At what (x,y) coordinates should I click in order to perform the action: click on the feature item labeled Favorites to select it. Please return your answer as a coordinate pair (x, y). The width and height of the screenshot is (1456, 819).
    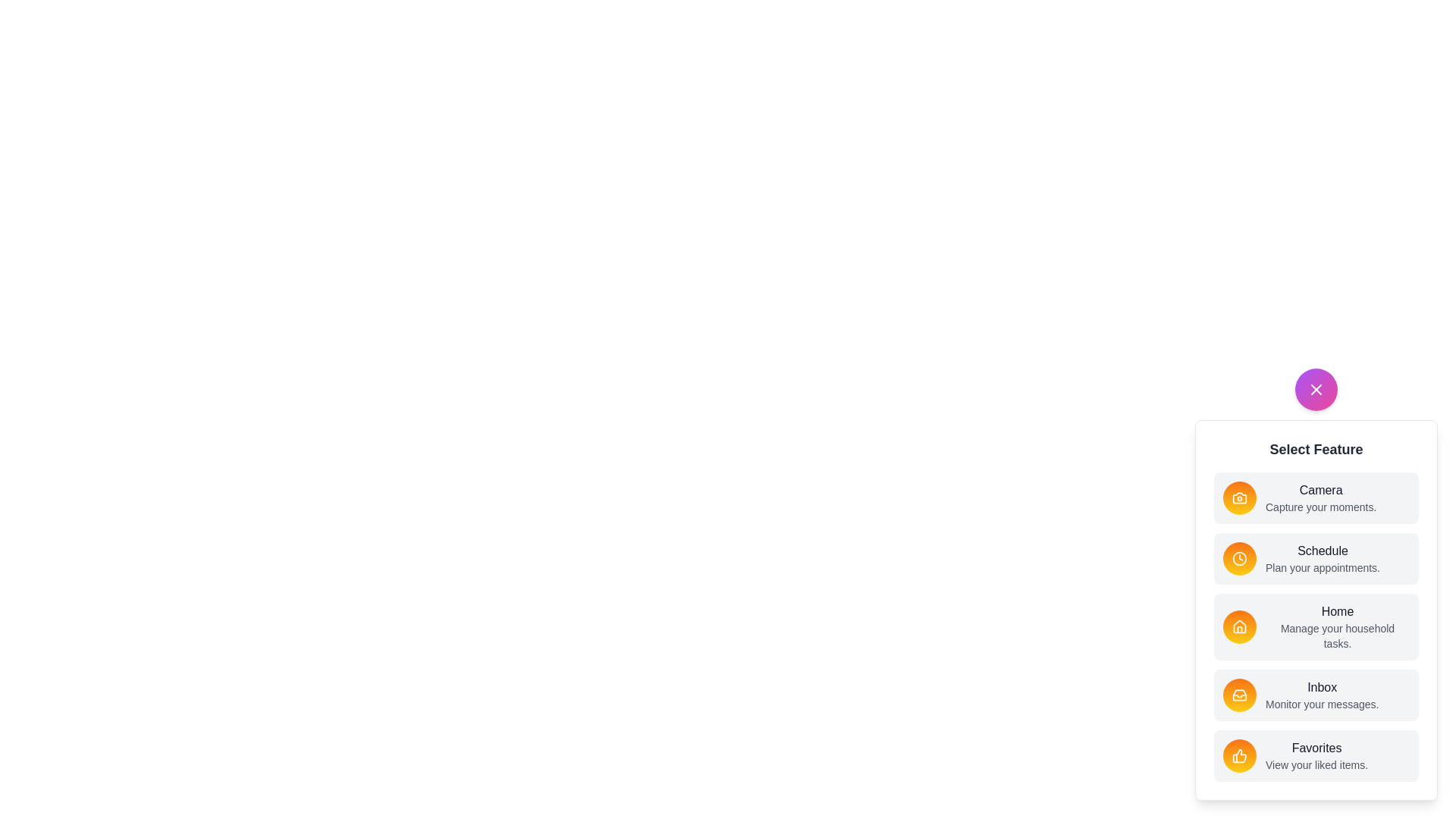
    Looking at the image, I should click on (1316, 755).